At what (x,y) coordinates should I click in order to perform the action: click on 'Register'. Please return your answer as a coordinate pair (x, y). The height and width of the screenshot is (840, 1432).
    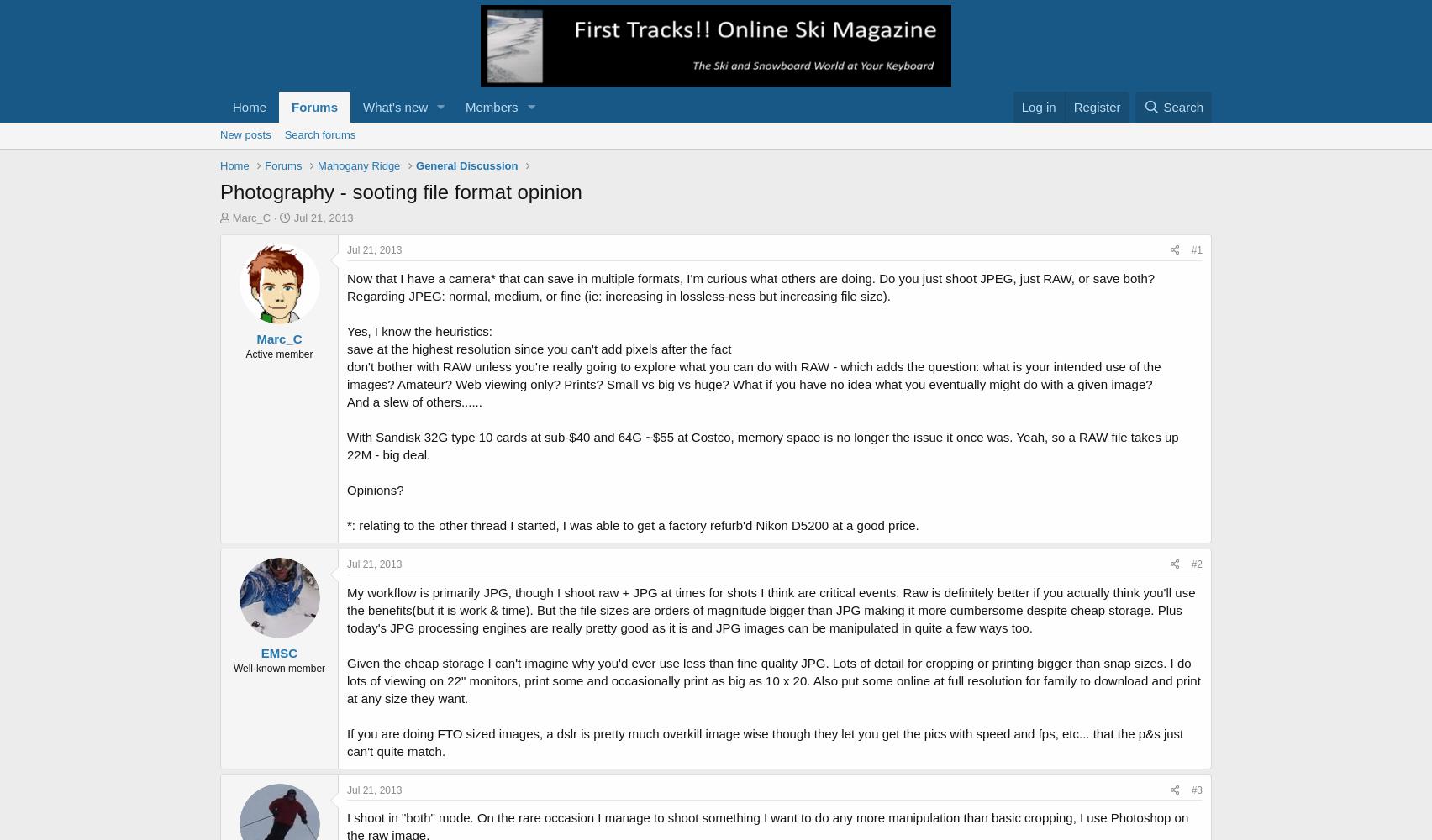
    Looking at the image, I should click on (1096, 107).